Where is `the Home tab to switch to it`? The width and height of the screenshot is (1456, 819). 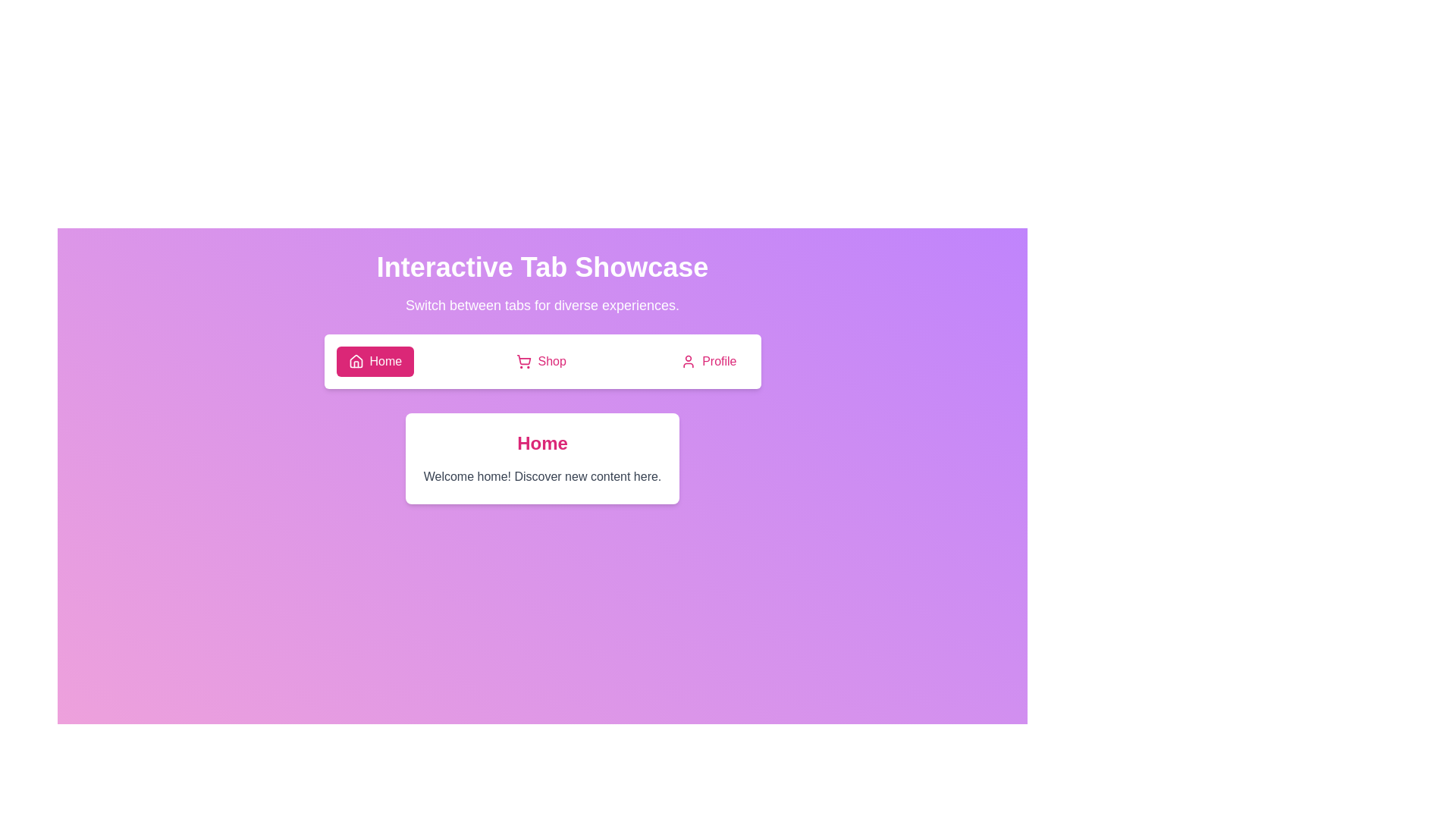
the Home tab to switch to it is located at coordinates (375, 362).